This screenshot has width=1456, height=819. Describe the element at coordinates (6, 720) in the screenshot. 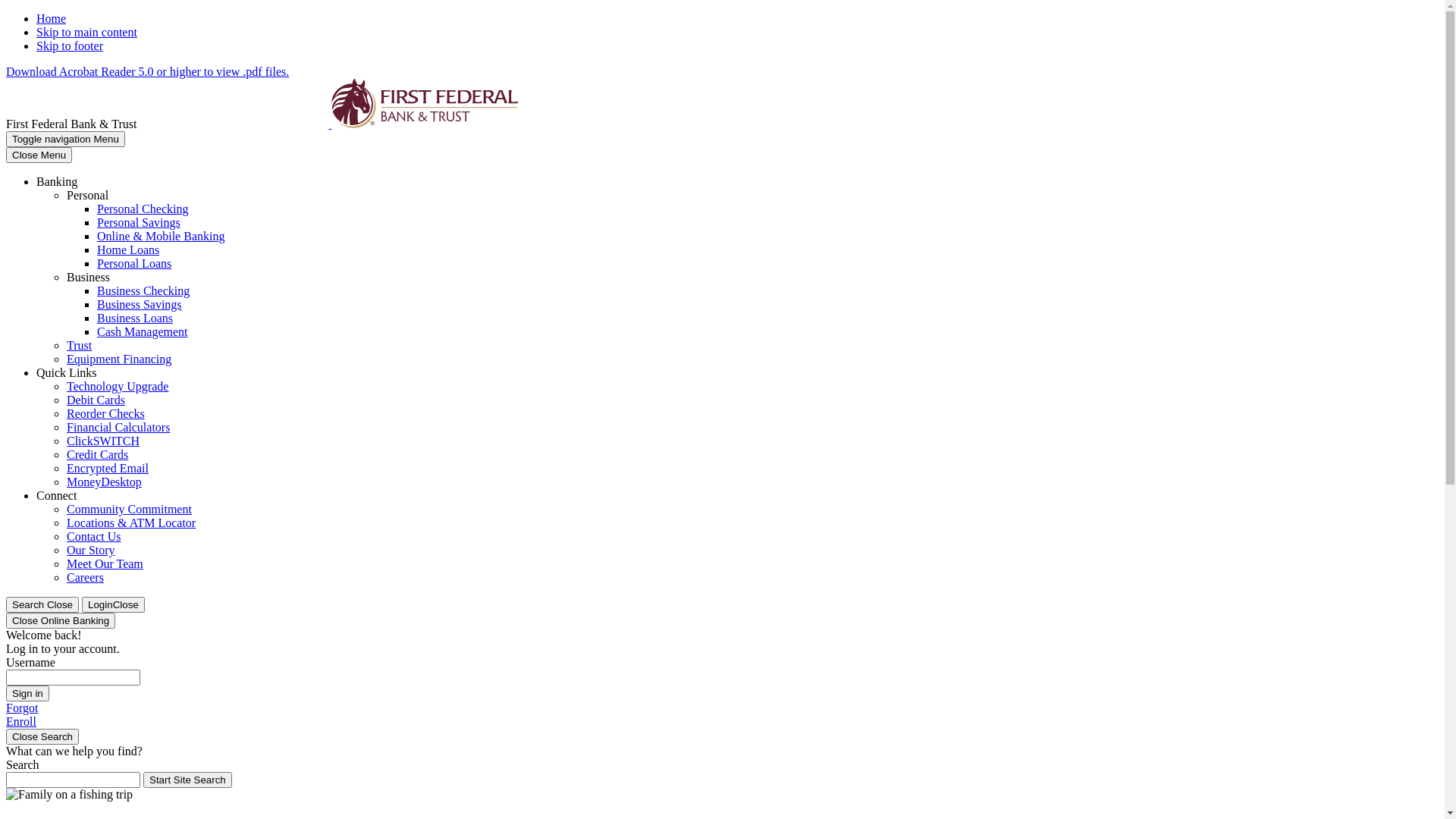

I see `'Enroll'` at that location.